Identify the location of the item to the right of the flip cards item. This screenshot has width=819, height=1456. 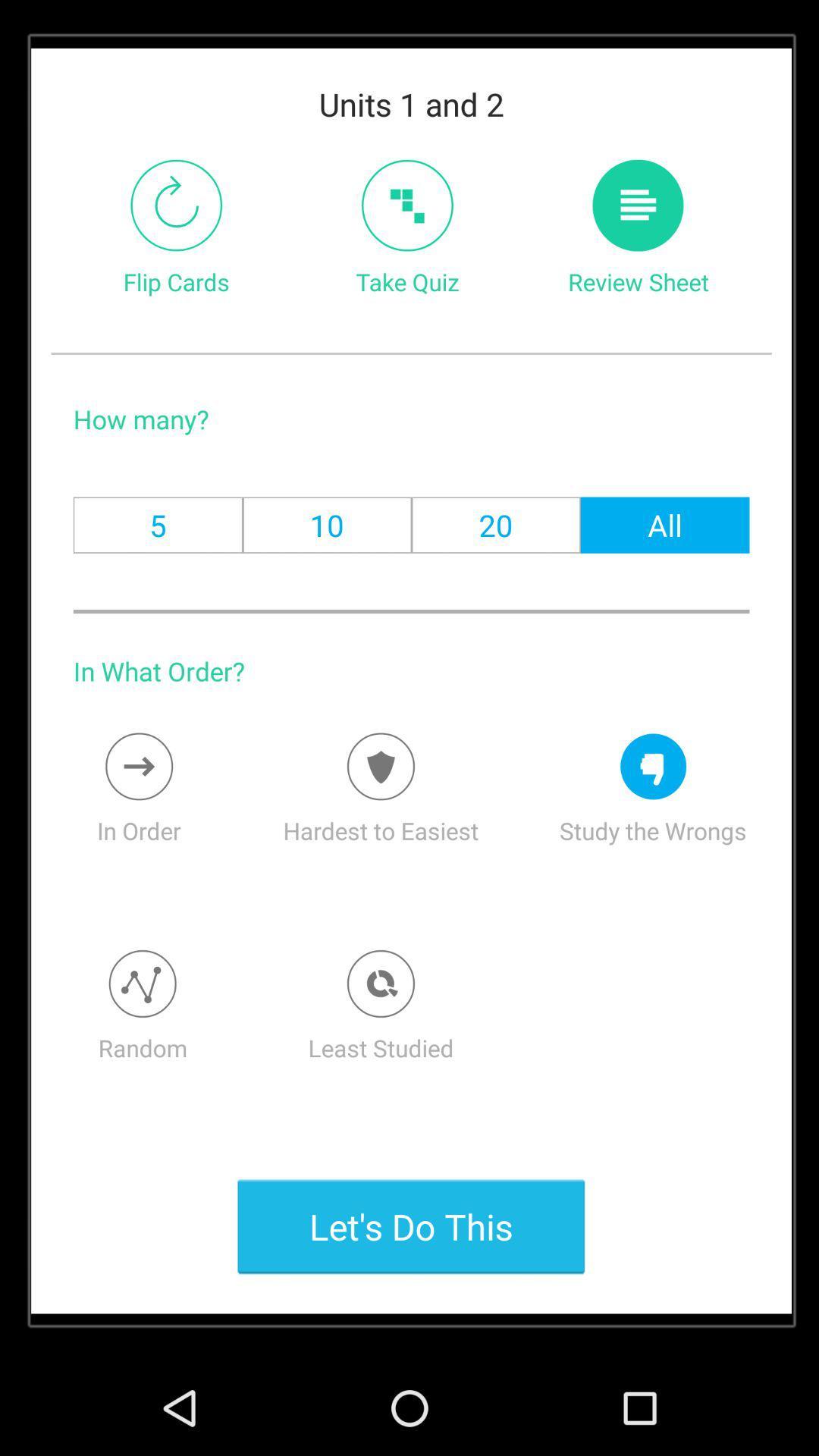
(406, 205).